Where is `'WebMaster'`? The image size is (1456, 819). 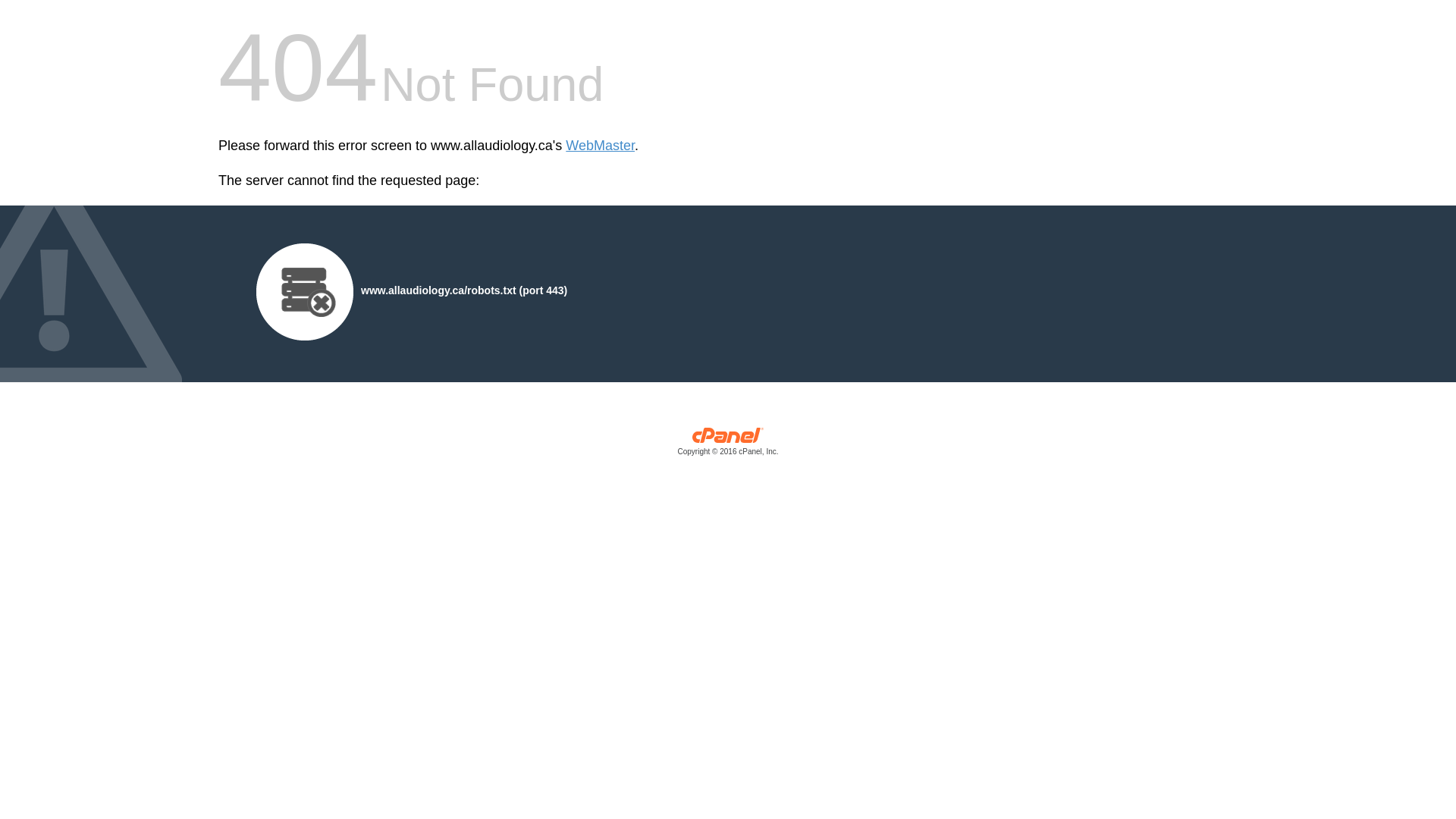
'WebMaster' is located at coordinates (599, 146).